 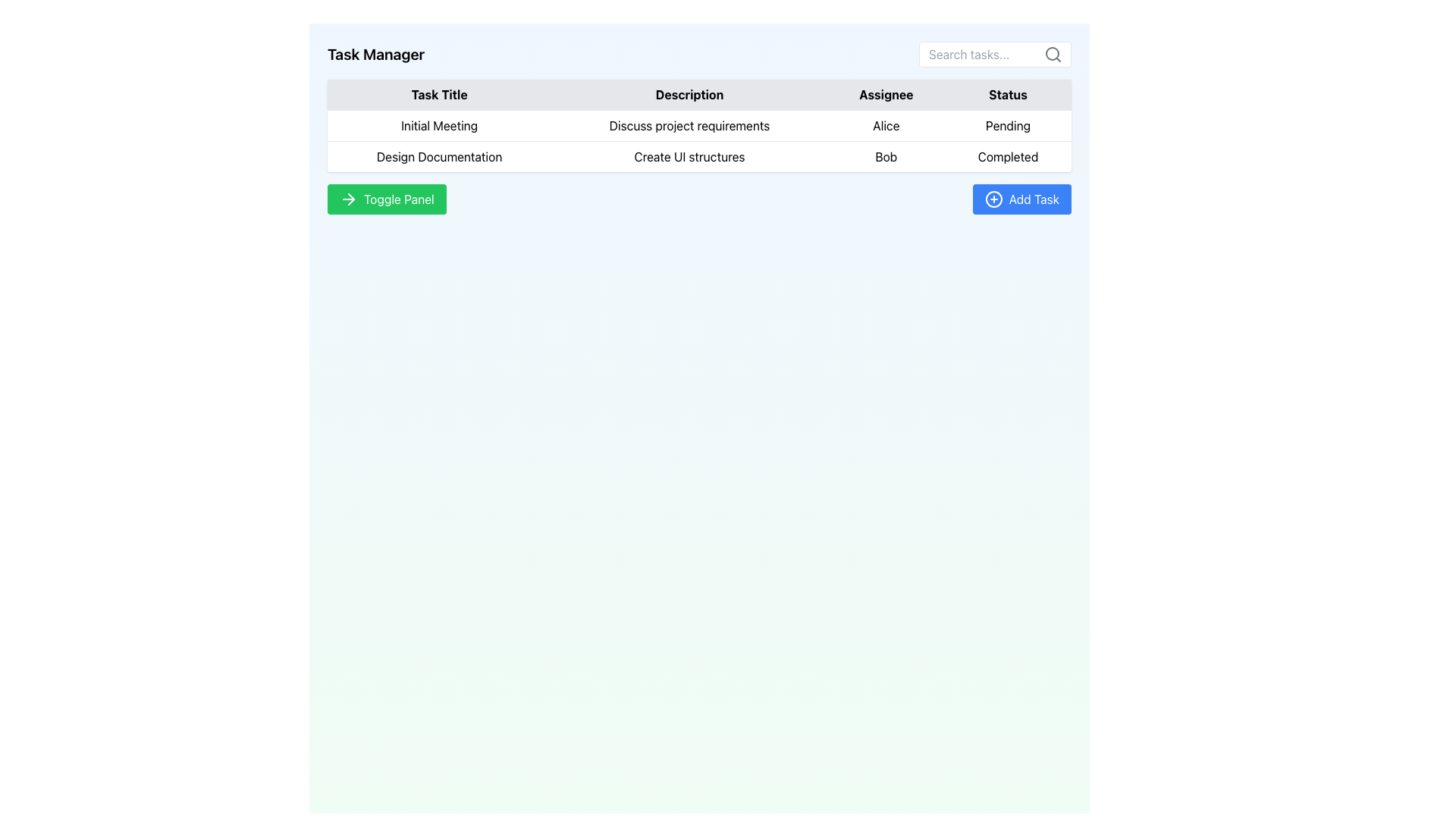 I want to click on the 'Status' label in the header row of the task table, which is the fourth column from the left and positioned in the top-right section of the interface, so click(x=1008, y=95).